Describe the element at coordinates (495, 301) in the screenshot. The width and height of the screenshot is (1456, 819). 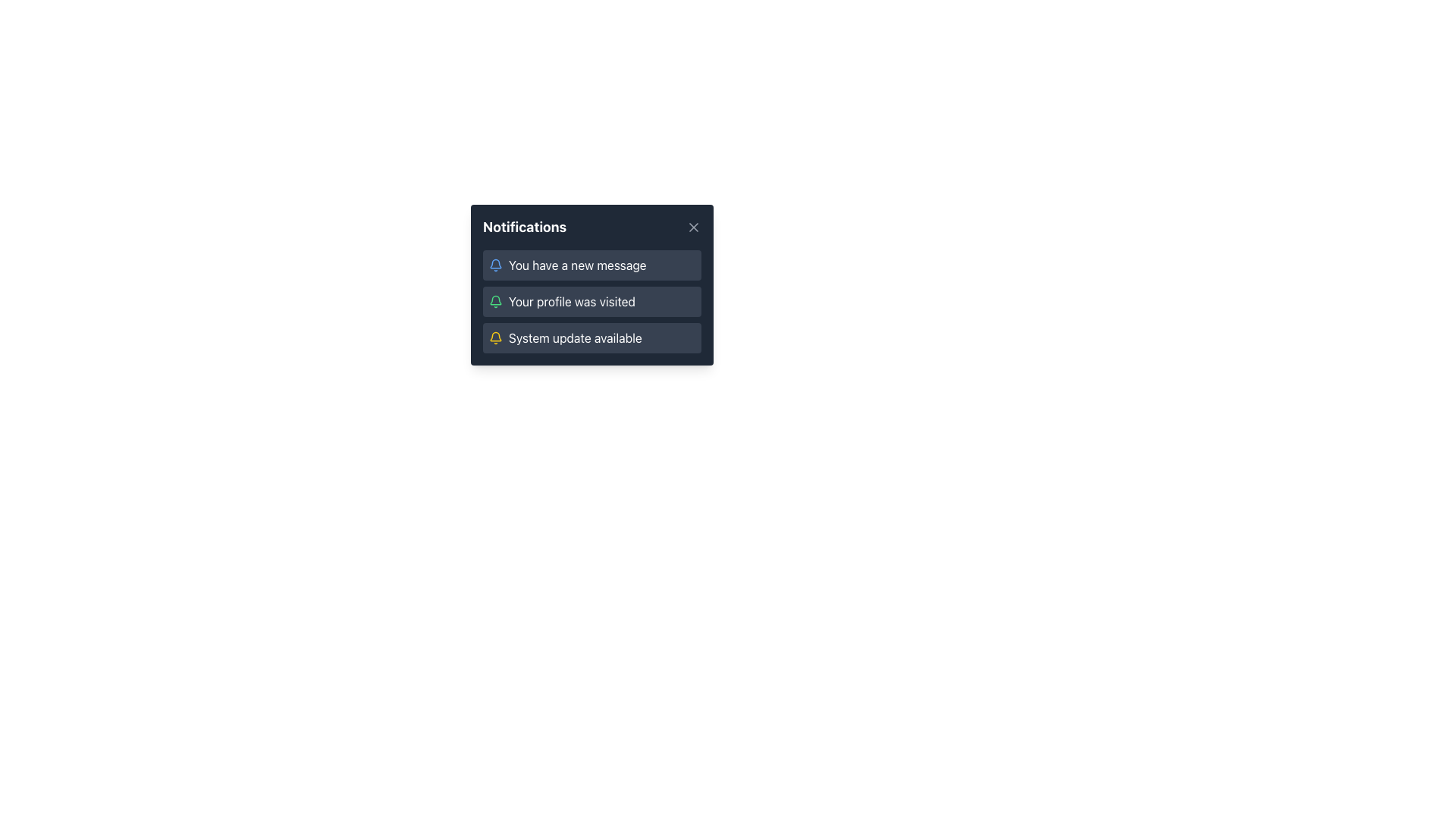
I see `the bell-shaped icon with a green outline located next to the text 'Your profile was visited' in the notification popup` at that location.